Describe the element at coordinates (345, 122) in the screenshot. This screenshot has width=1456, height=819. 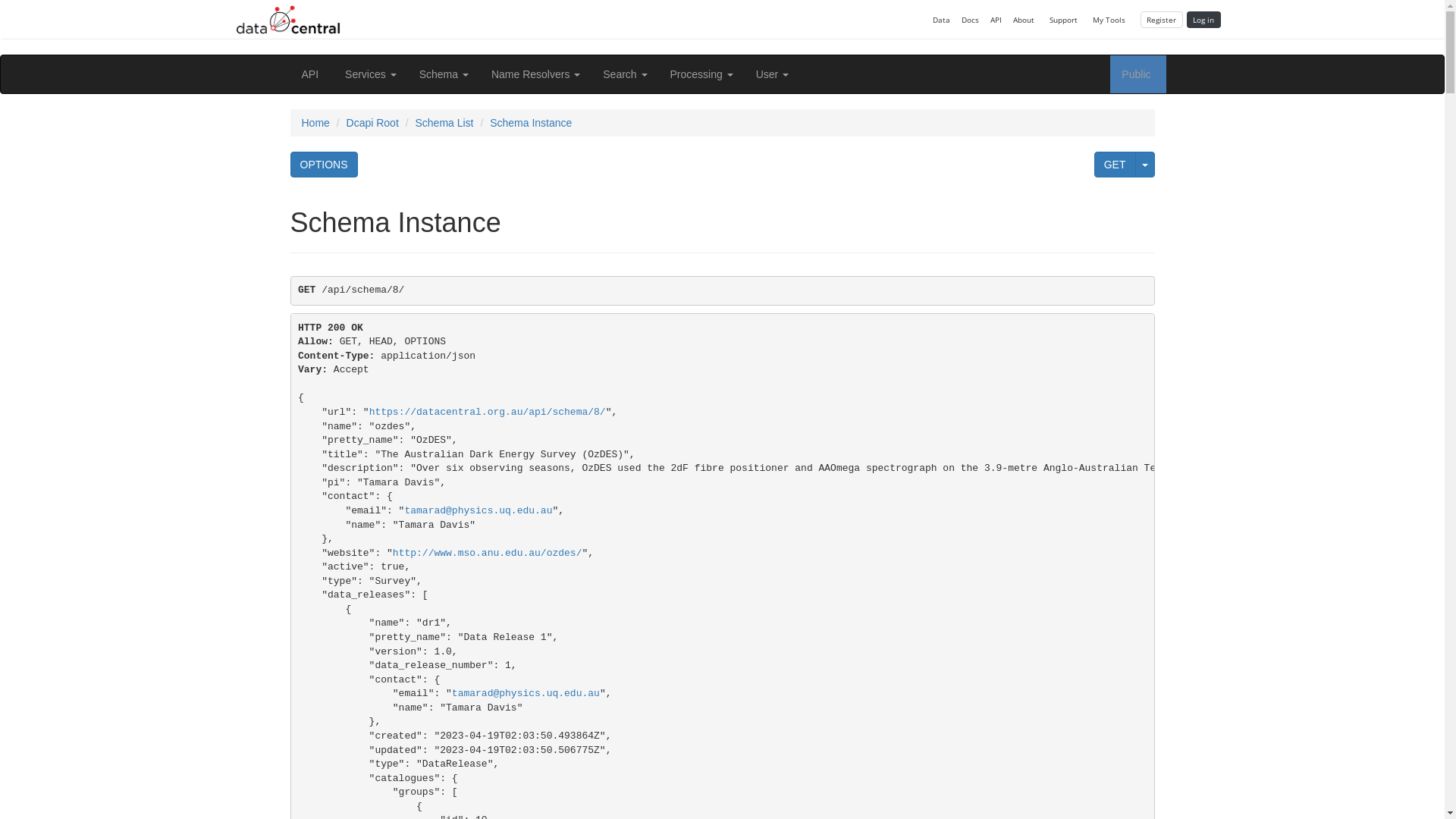
I see `'Dcapi Root'` at that location.